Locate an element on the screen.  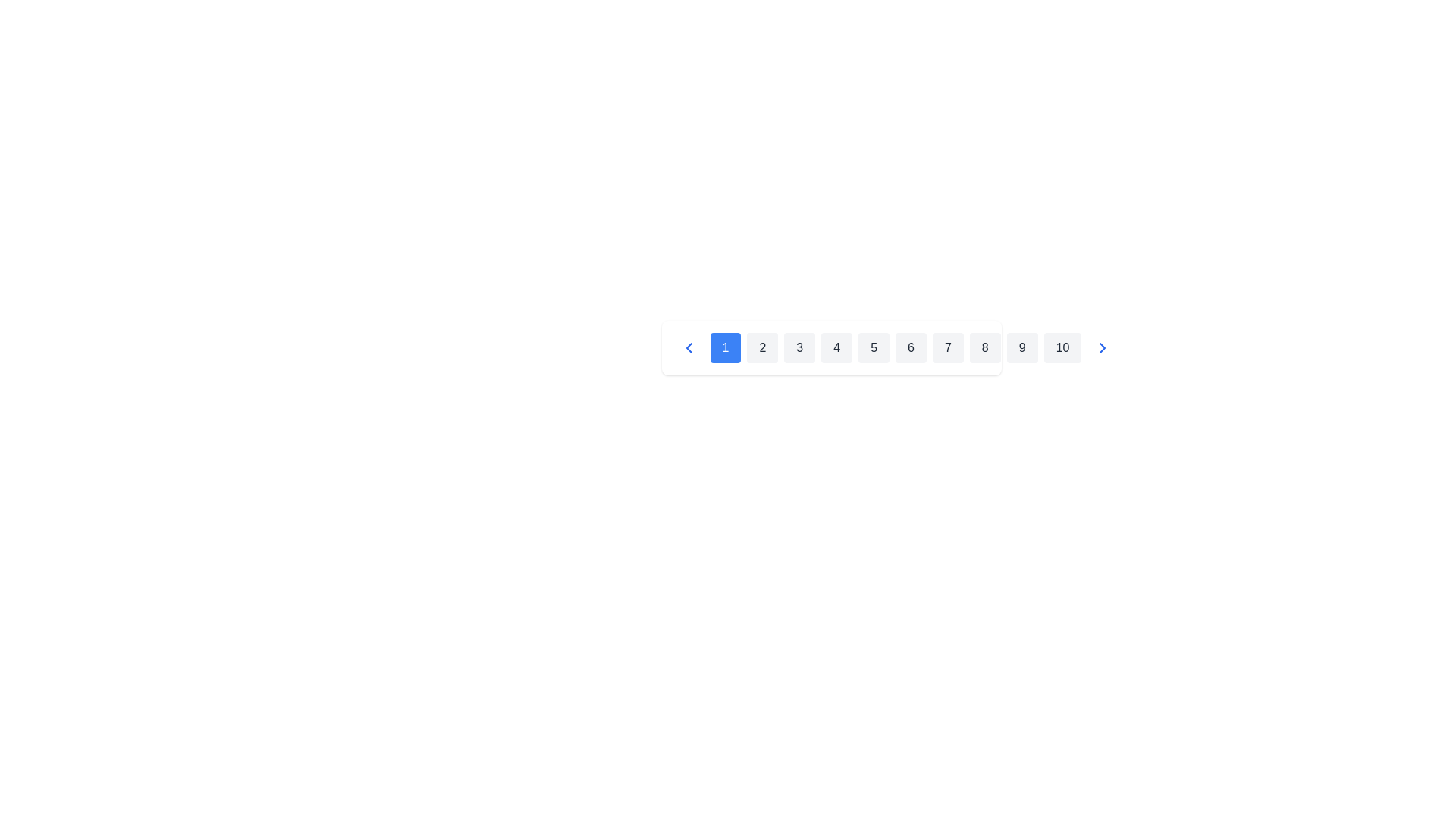
the pagination button labeled '2', which is a rectangular button with rounded corners and a light gray background is located at coordinates (762, 348).